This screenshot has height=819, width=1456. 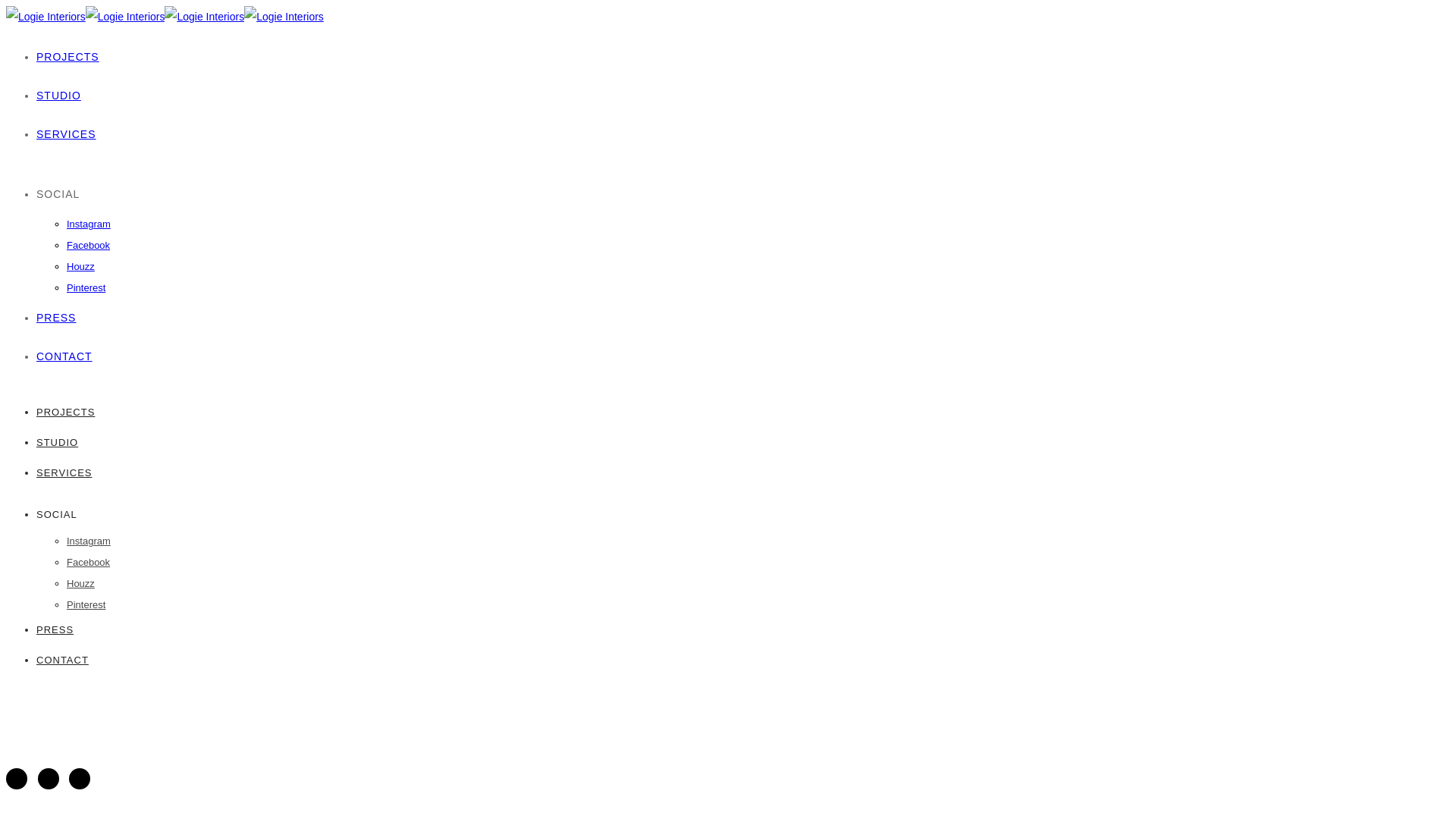 What do you see at coordinates (58, 193) in the screenshot?
I see `'SOCIAL'` at bounding box center [58, 193].